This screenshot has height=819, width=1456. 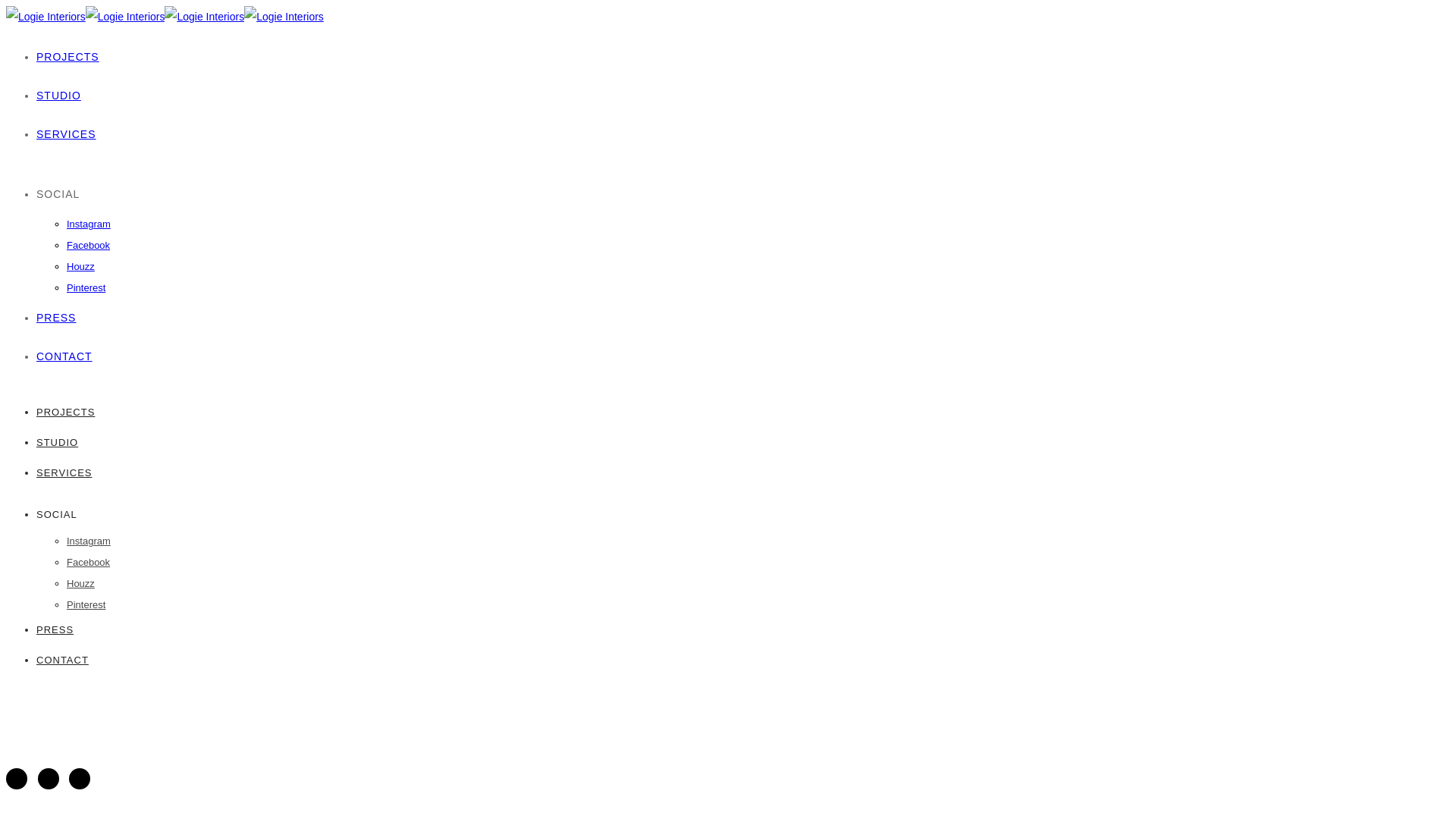 What do you see at coordinates (58, 193) in the screenshot?
I see `'SOCIAL'` at bounding box center [58, 193].